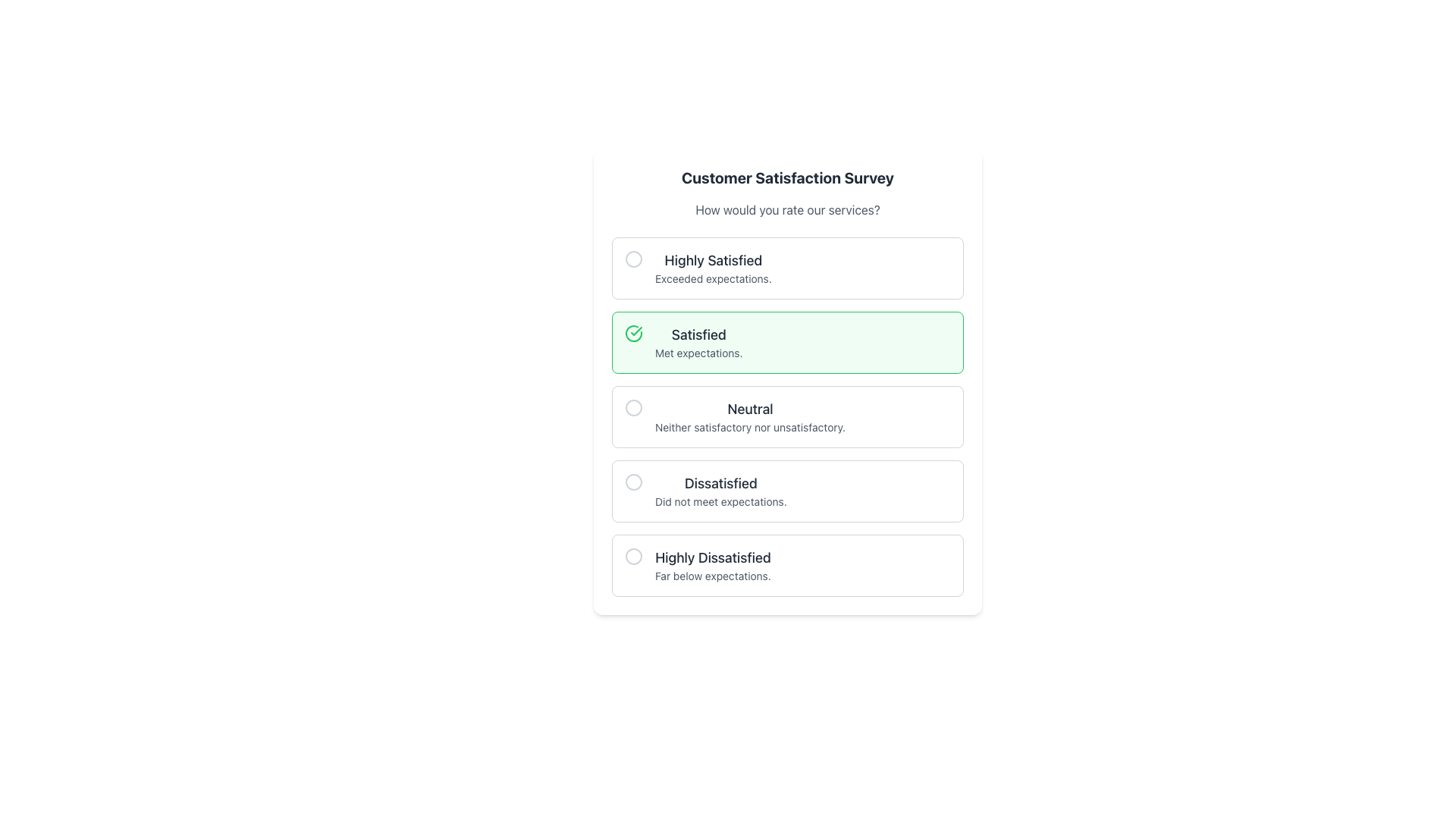 The height and width of the screenshot is (819, 1456). I want to click on the text label displaying 'Far below expectations.', which is styled in gray and positioned beneath the 'Highly Dissatisfied' label, so click(712, 576).